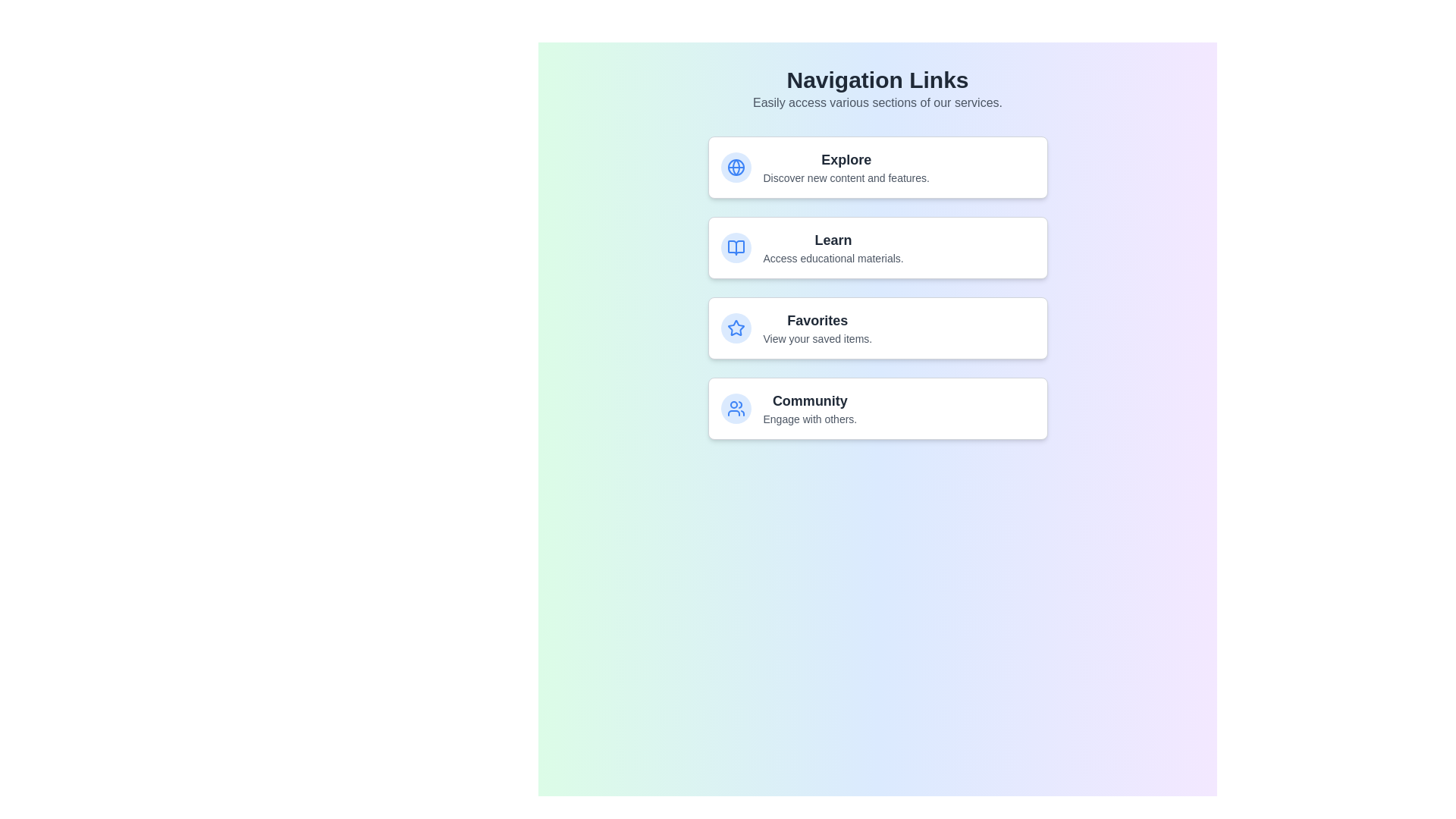  I want to click on the 'Explore' button, which is the first item in a vertical list of navigational cards, featuring a globe icon and the title 'Explore' in bold dark-gray text, so click(877, 167).